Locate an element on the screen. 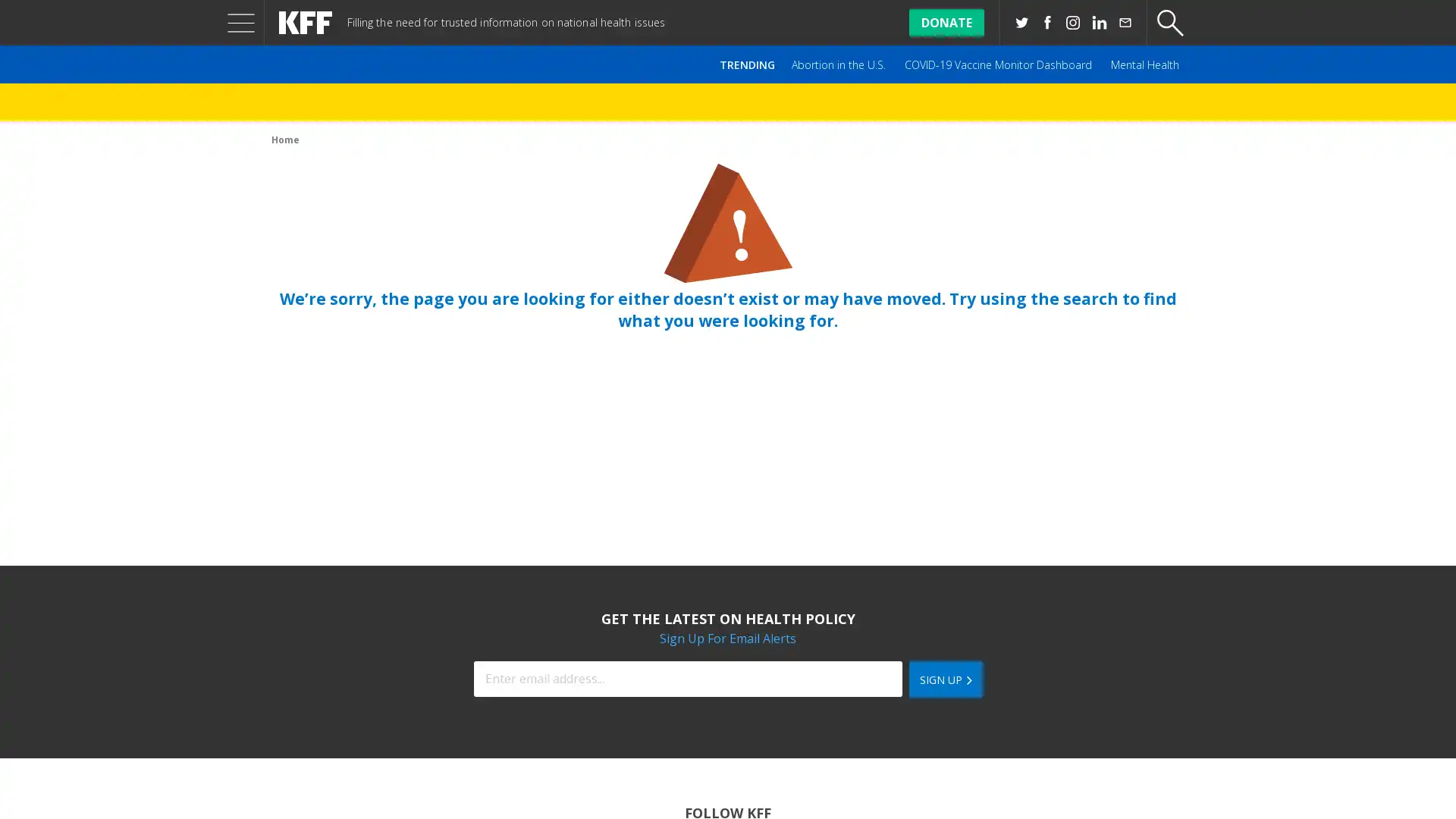  SIGN UP is located at coordinates (944, 678).